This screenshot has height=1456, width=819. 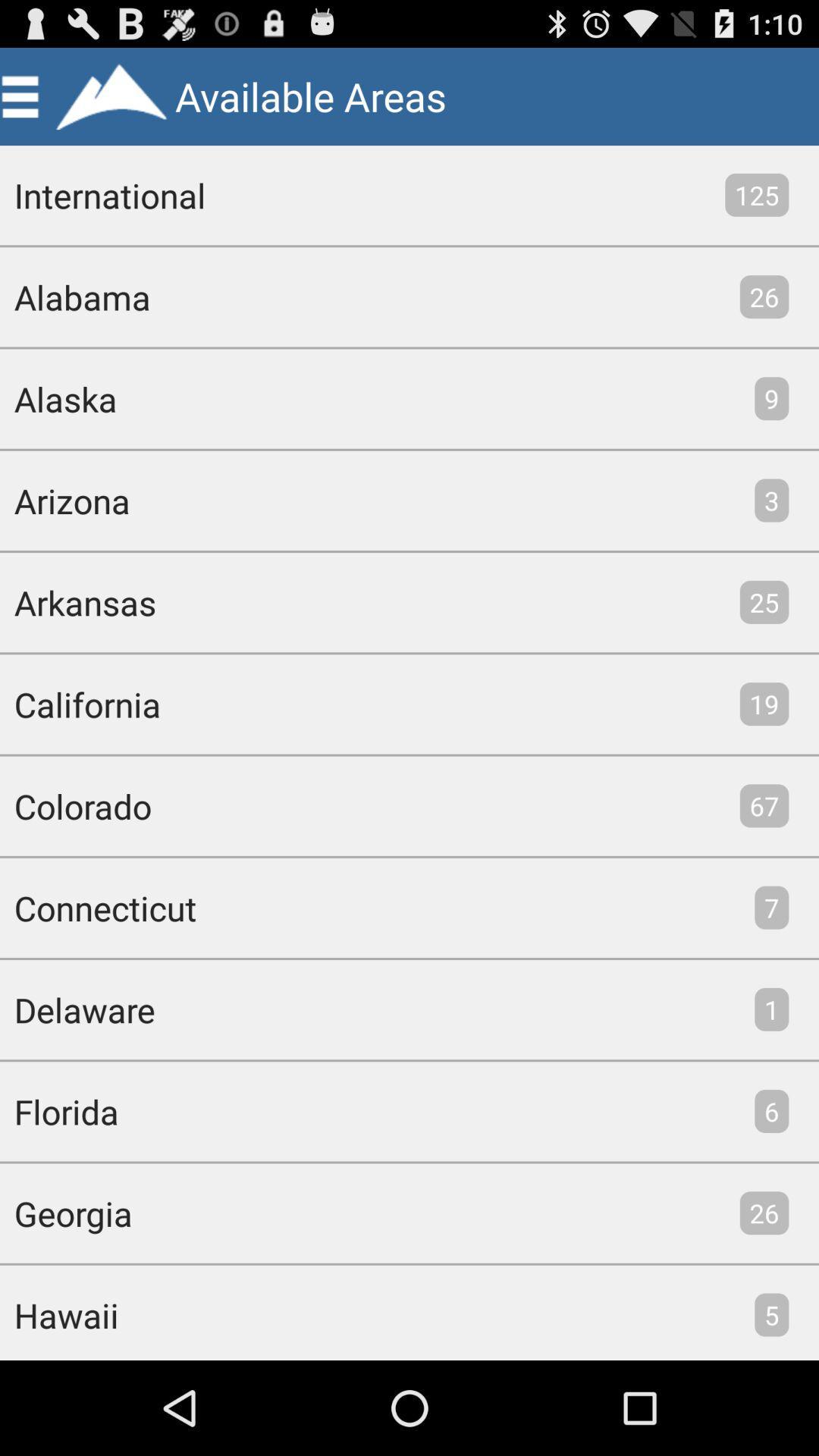 I want to click on the connecticut item, so click(x=98, y=908).